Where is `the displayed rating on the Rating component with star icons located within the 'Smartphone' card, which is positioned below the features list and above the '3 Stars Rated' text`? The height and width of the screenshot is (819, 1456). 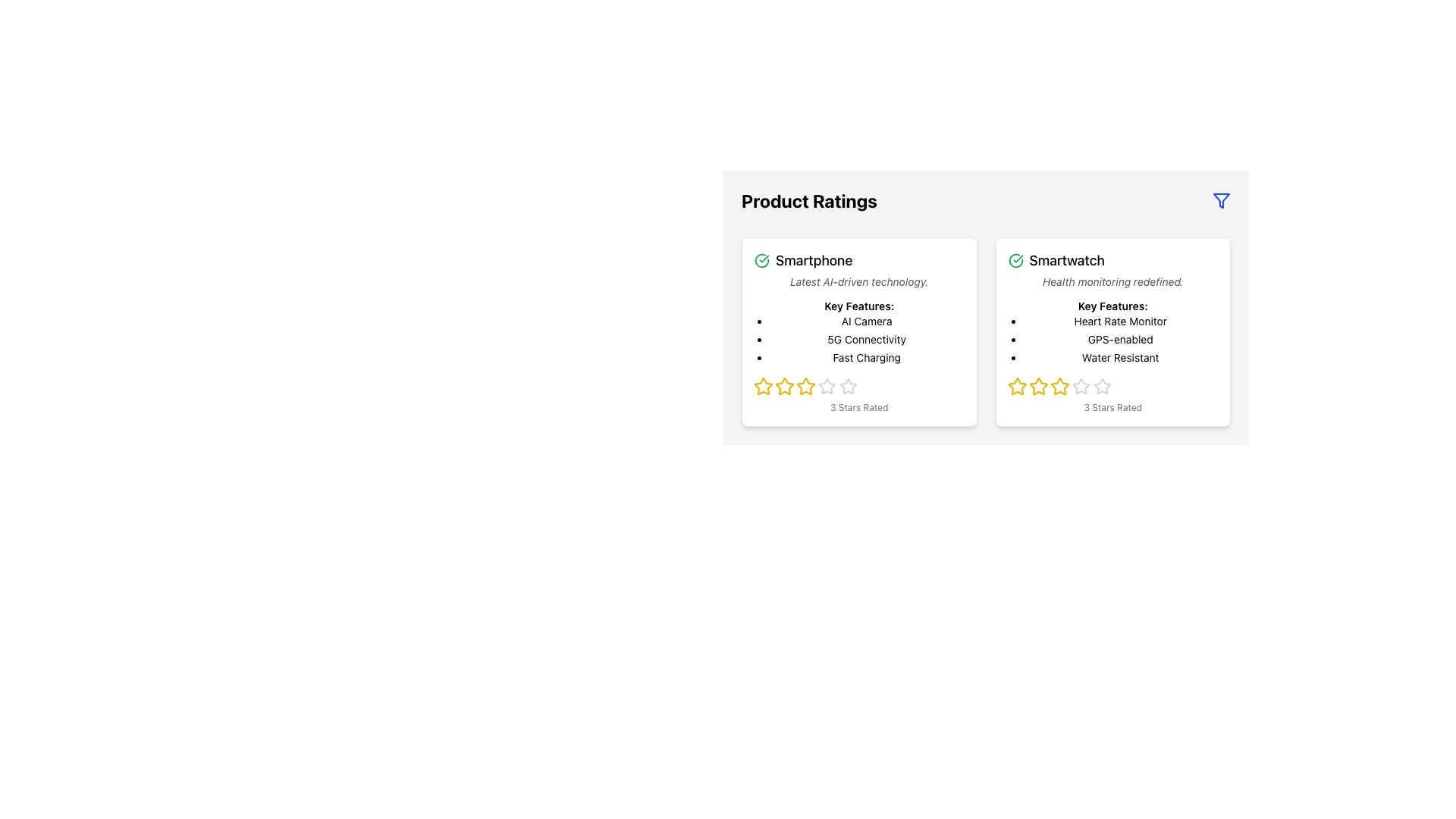 the displayed rating on the Rating component with star icons located within the 'Smartphone' card, which is positioned below the features list and above the '3 Stars Rated' text is located at coordinates (859, 385).